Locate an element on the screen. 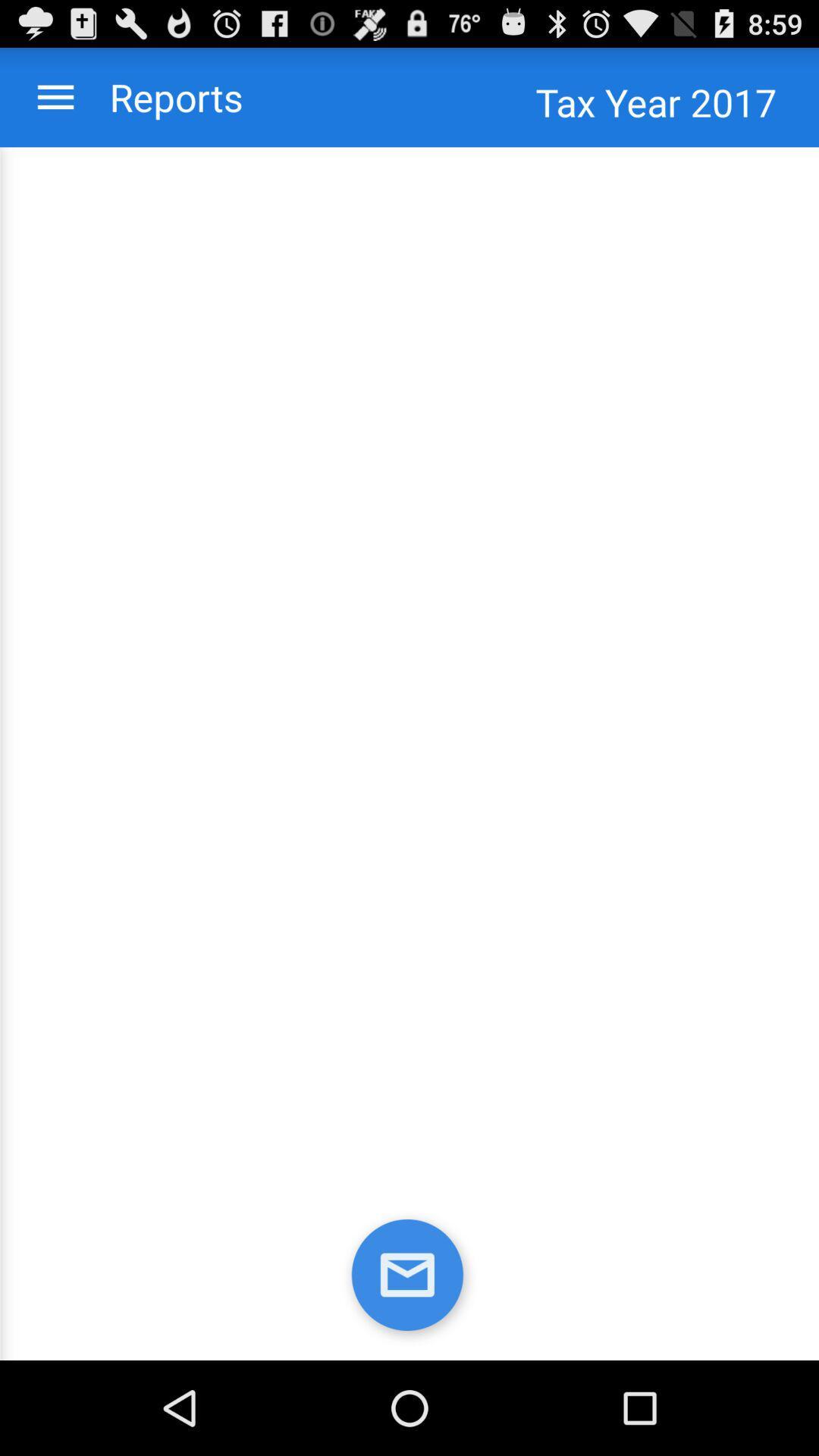 This screenshot has width=819, height=1456. inbox is located at coordinates (409, 1277).